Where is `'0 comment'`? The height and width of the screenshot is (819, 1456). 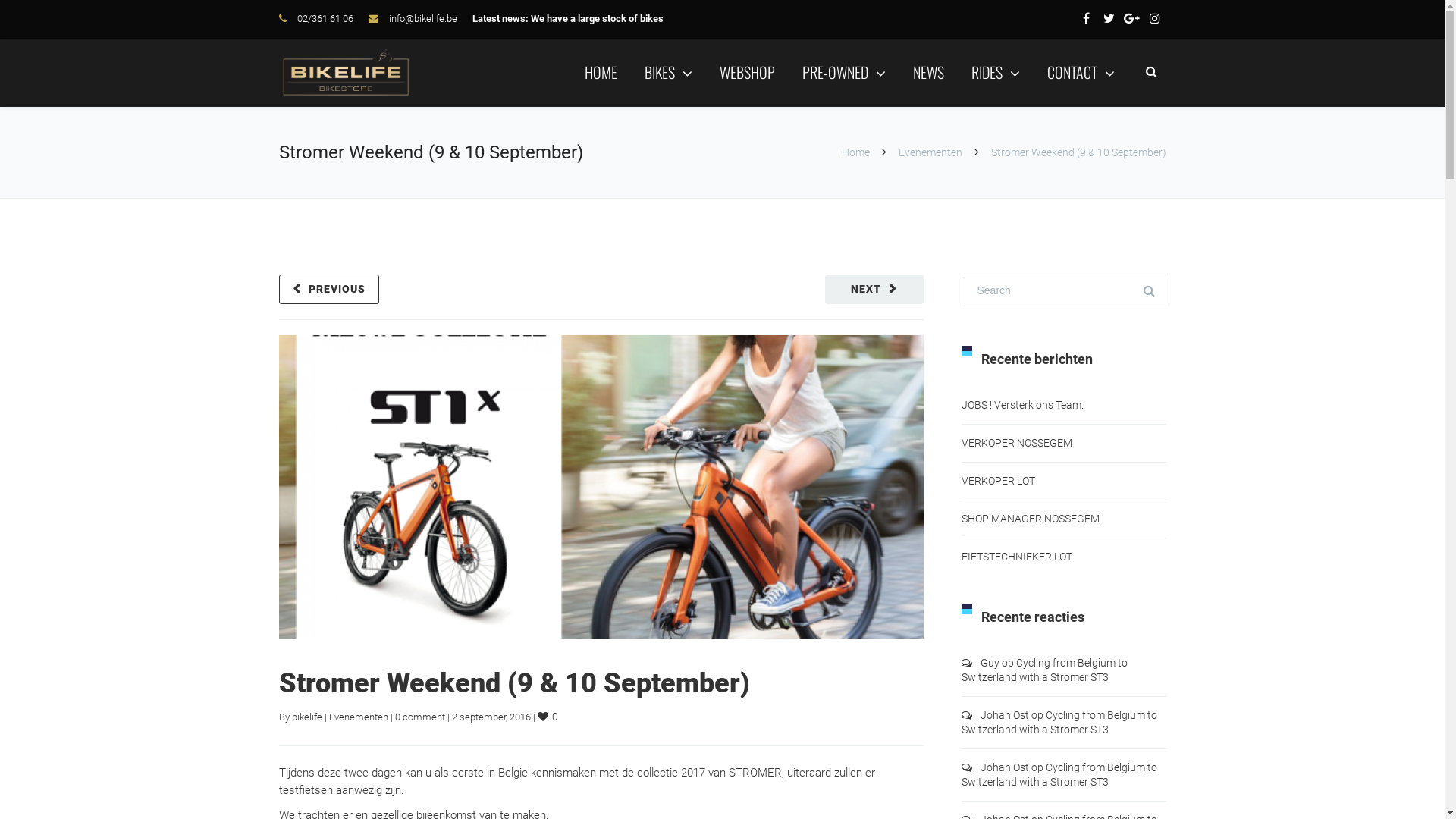
'0 comment' is located at coordinates (419, 717).